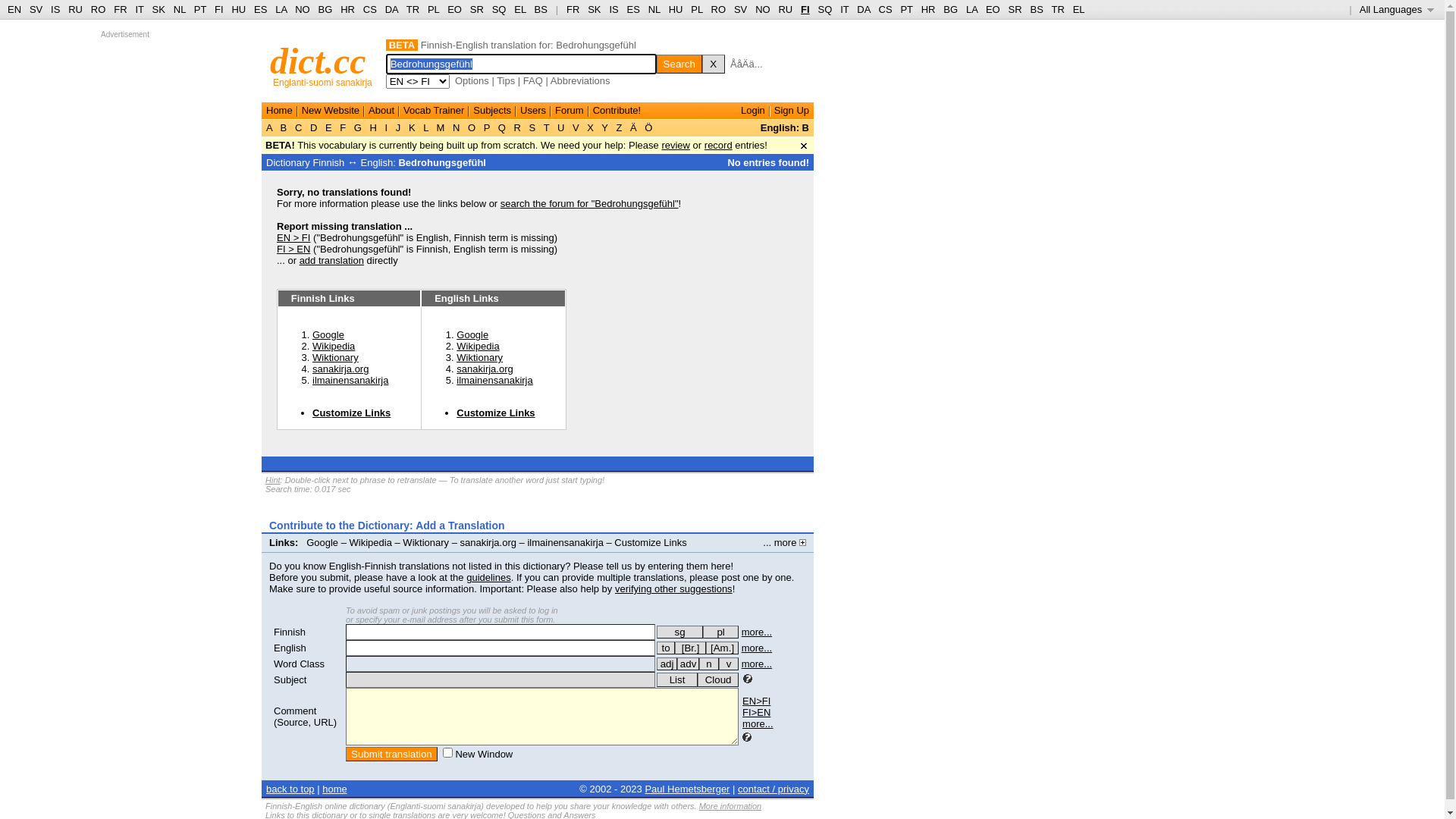 The height and width of the screenshot is (819, 1456). Describe the element at coordinates (761, 127) in the screenshot. I see `'English: B'` at that location.